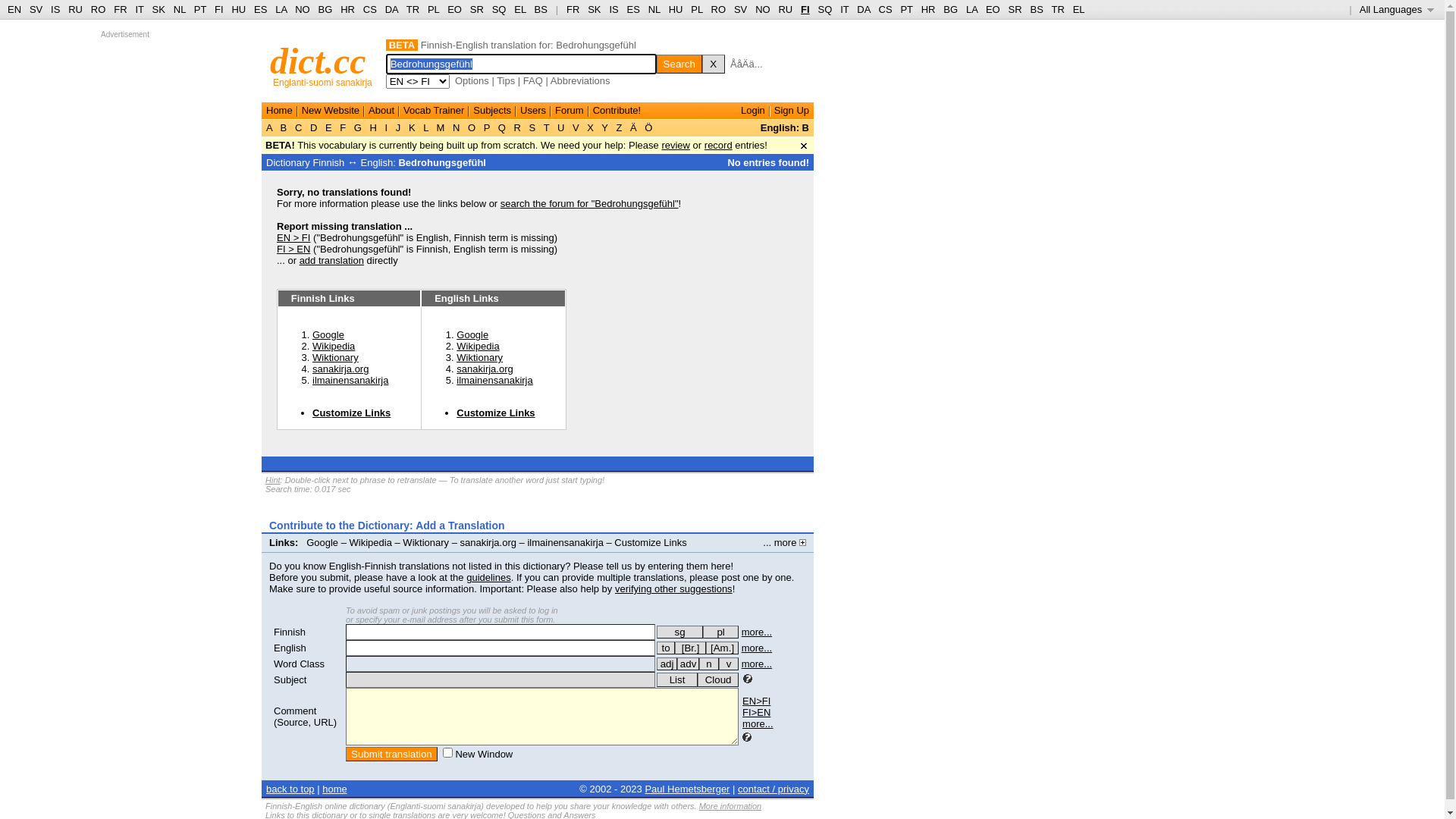 The height and width of the screenshot is (819, 1456). Describe the element at coordinates (761, 127) in the screenshot. I see `'English: B'` at that location.